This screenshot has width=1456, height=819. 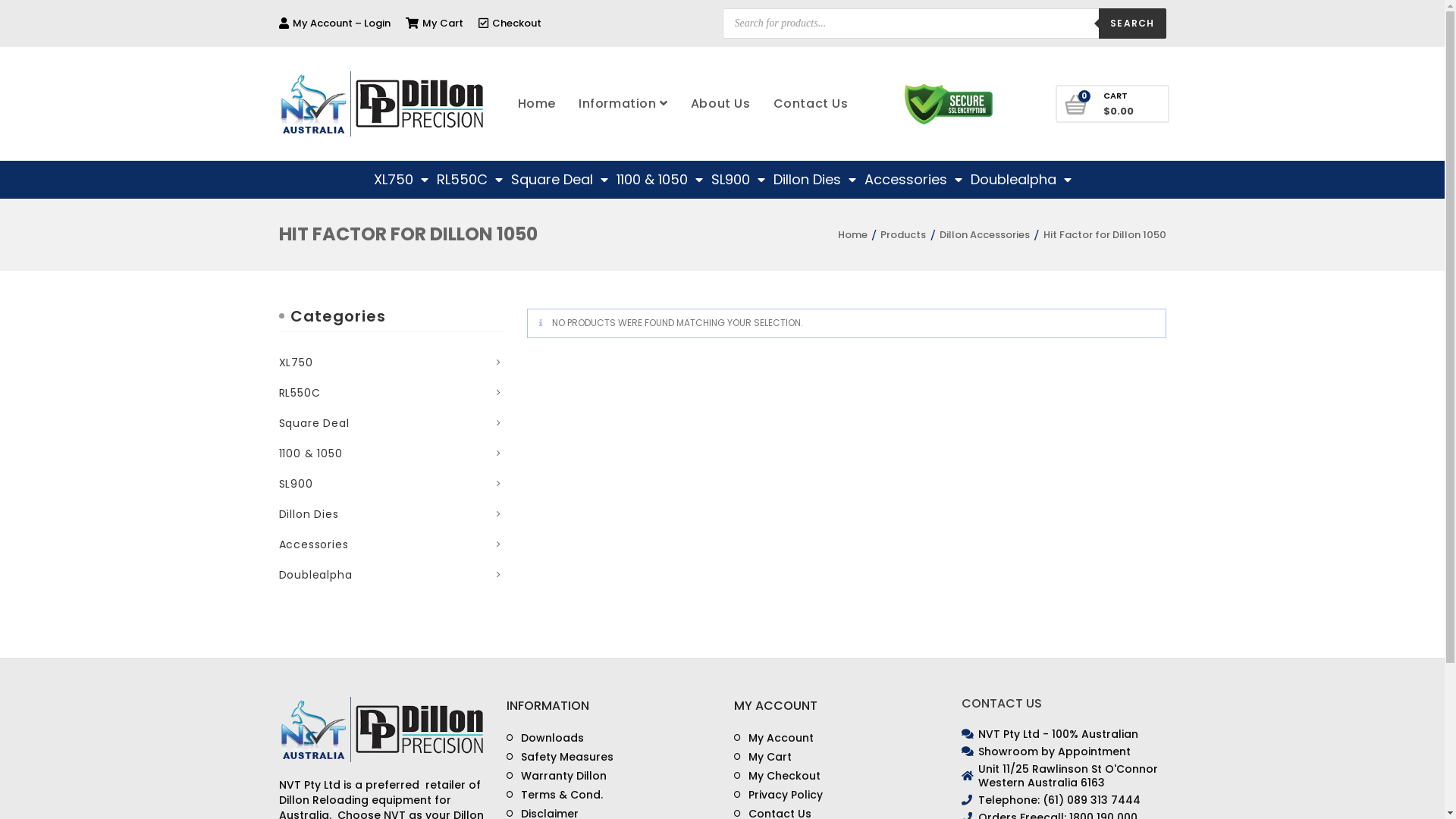 What do you see at coordinates (400, 178) in the screenshot?
I see `'XL750'` at bounding box center [400, 178].